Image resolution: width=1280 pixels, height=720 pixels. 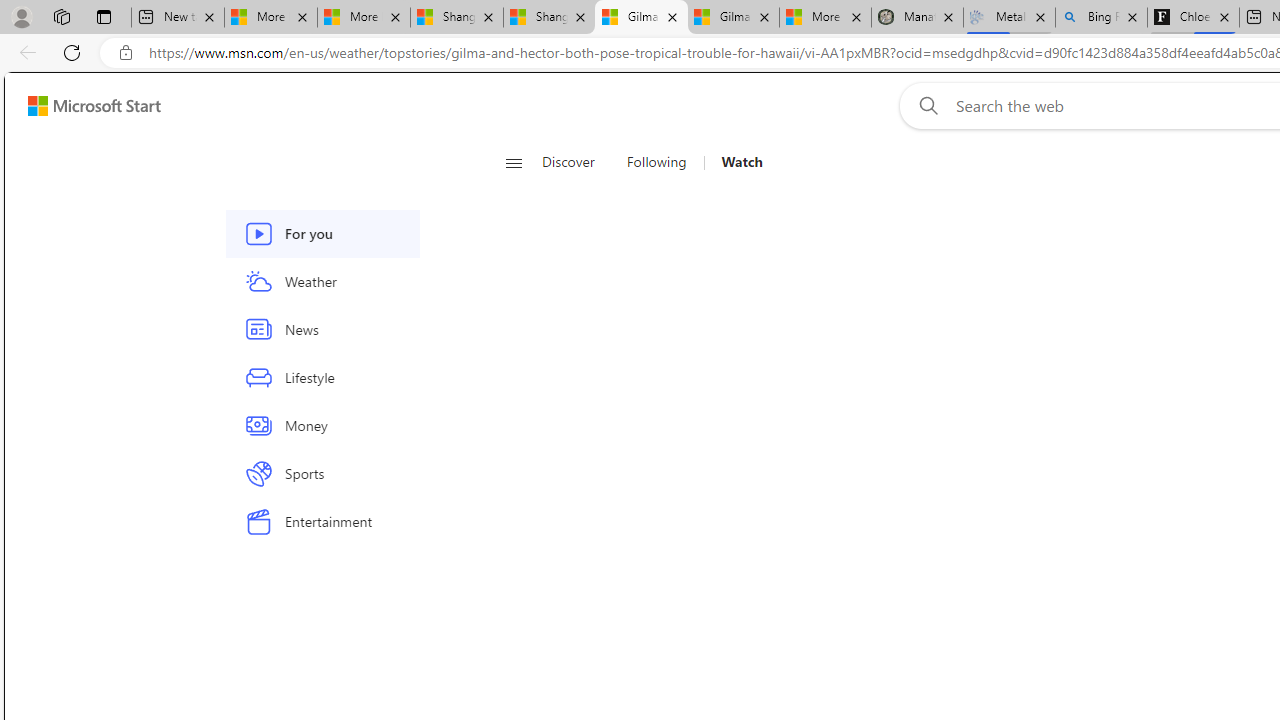 I want to click on 'Watch', so click(x=741, y=162).